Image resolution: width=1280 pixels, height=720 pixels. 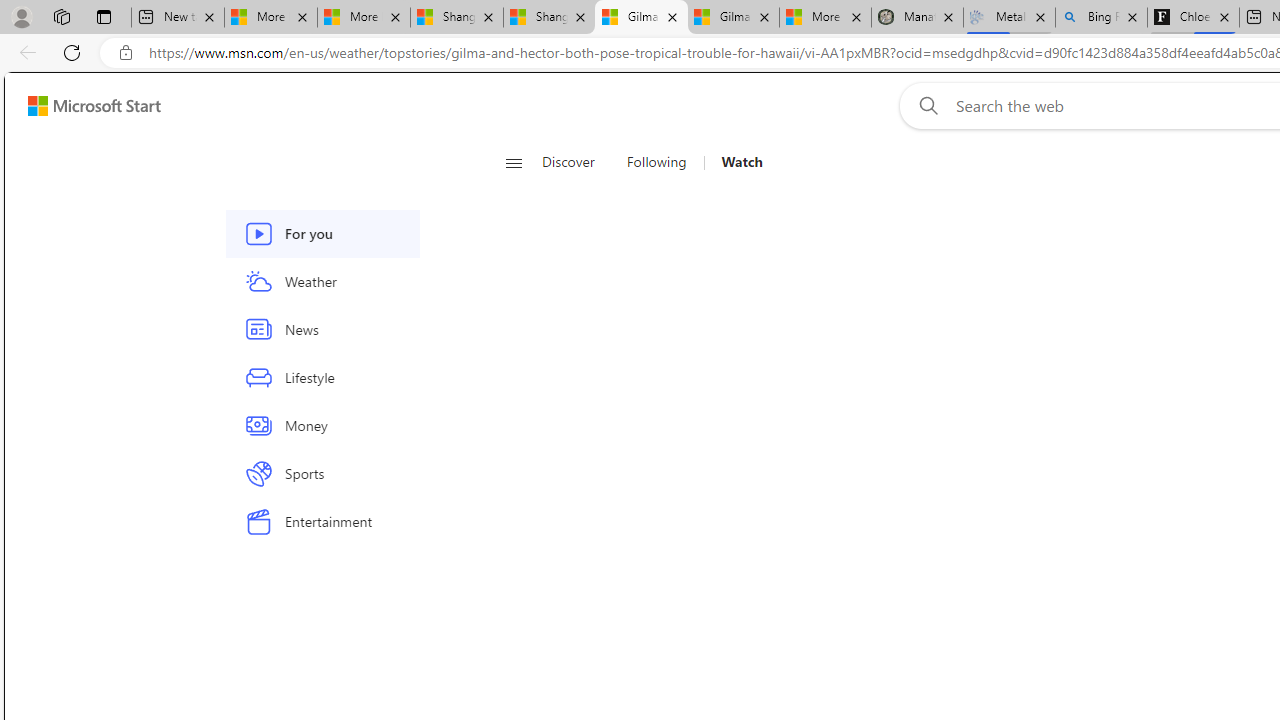 I want to click on 'Watch', so click(x=741, y=162).